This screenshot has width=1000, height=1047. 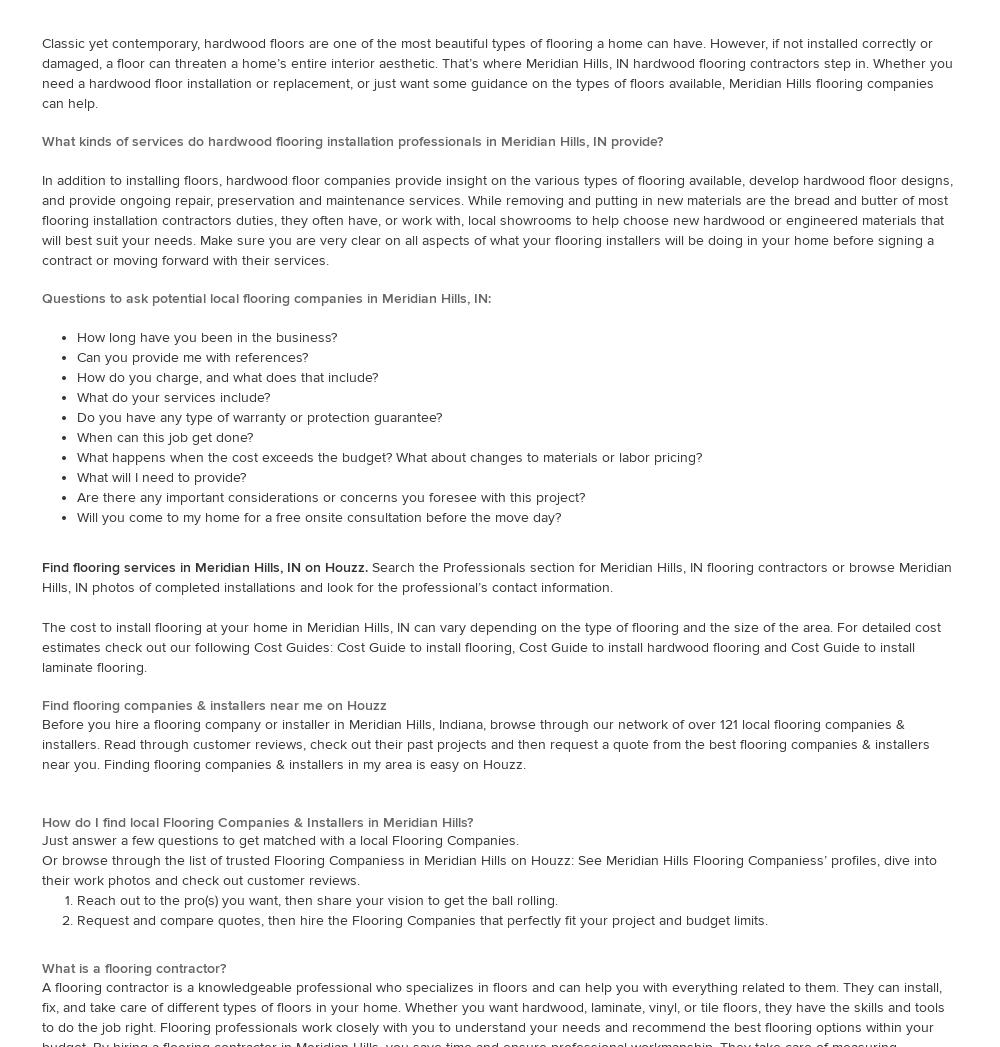 I want to click on 'What is a flooring contractor?', so click(x=42, y=967).